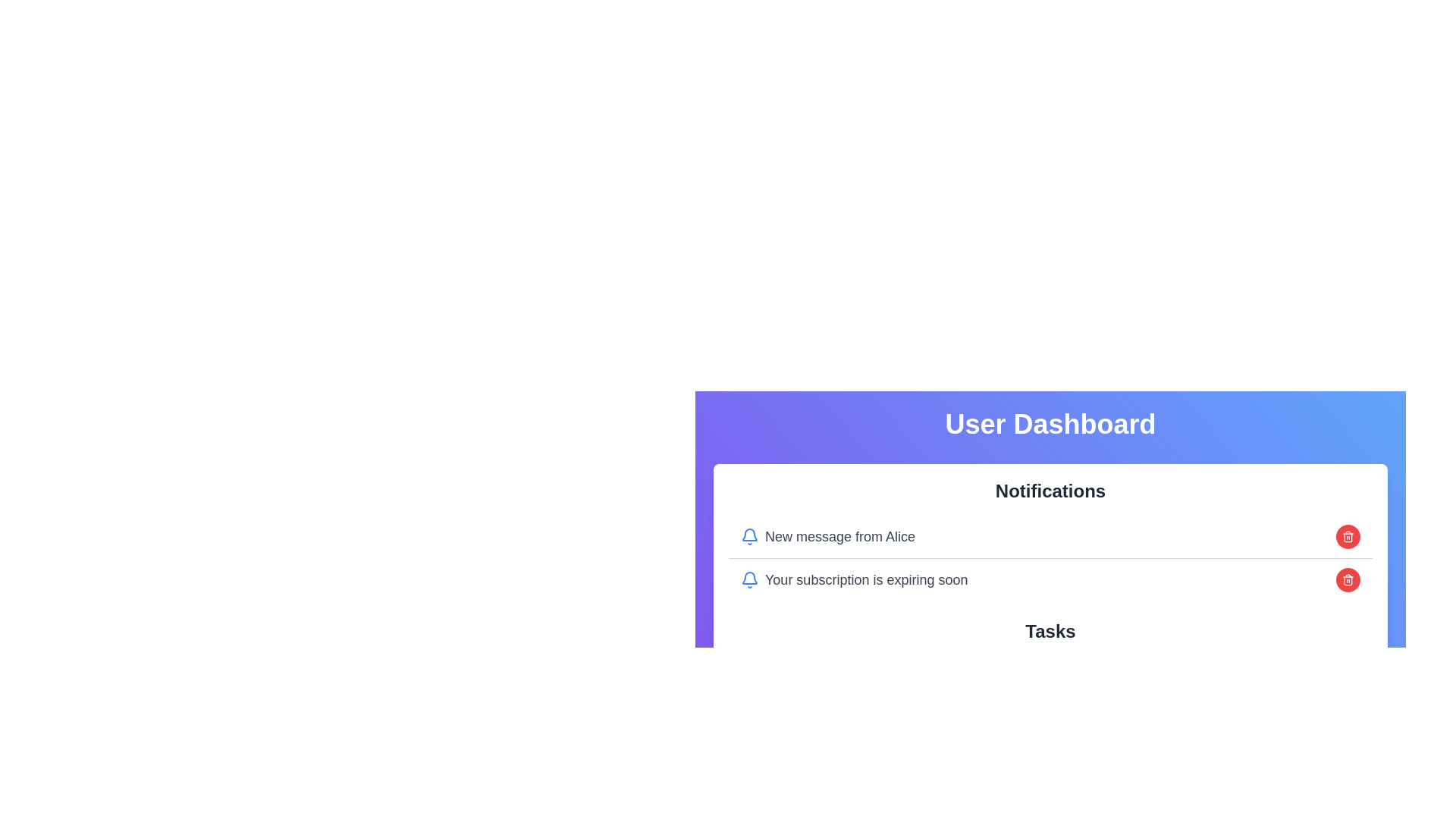  What do you see at coordinates (866, 579) in the screenshot?
I see `the text label that displays 'Your subscription is expiring soon', which is styled in gray and located in the notifications section below a notification icon` at bounding box center [866, 579].